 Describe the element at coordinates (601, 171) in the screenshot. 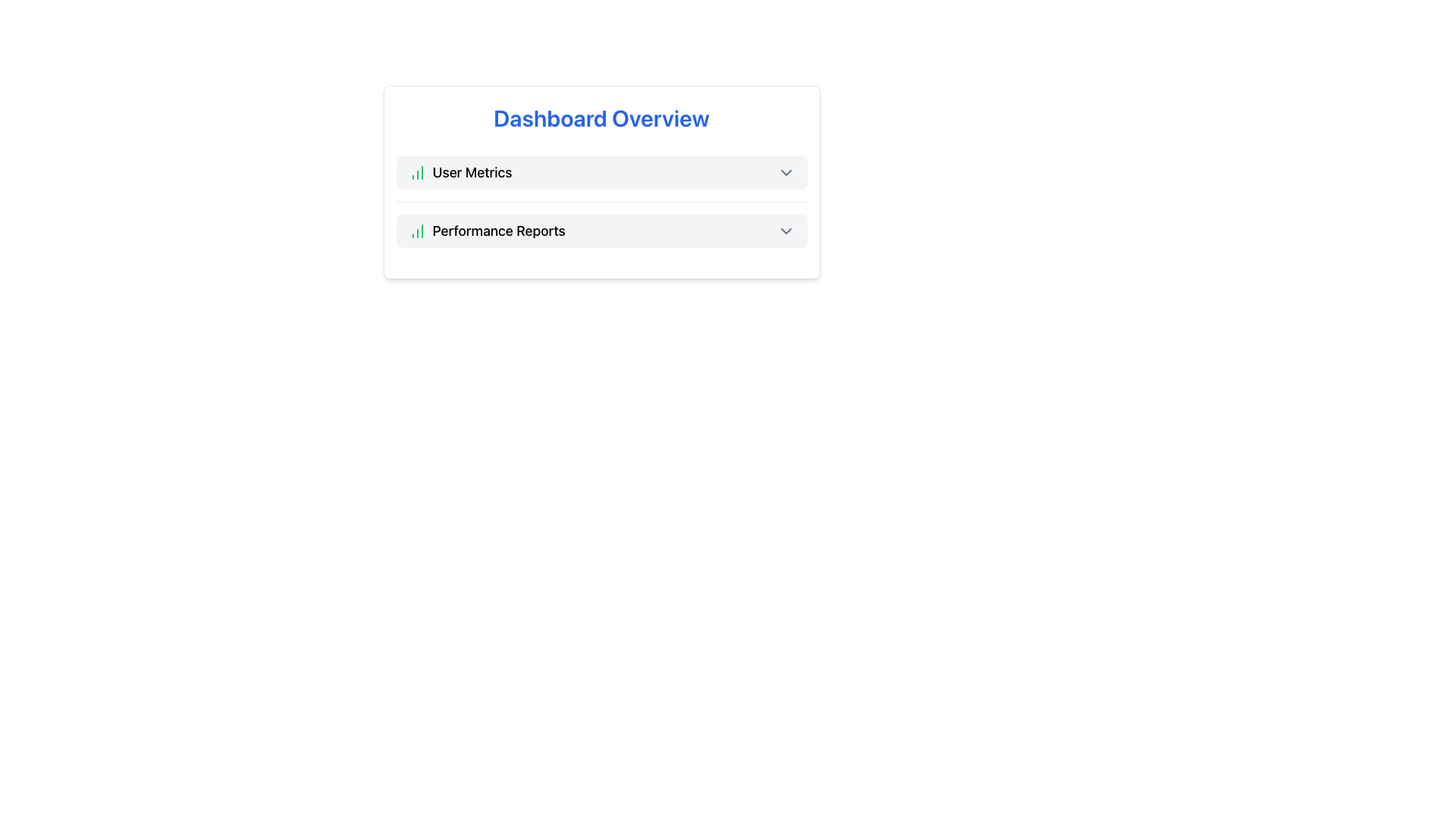

I see `the 'User Metrics' Collapsible Menu Item` at that location.